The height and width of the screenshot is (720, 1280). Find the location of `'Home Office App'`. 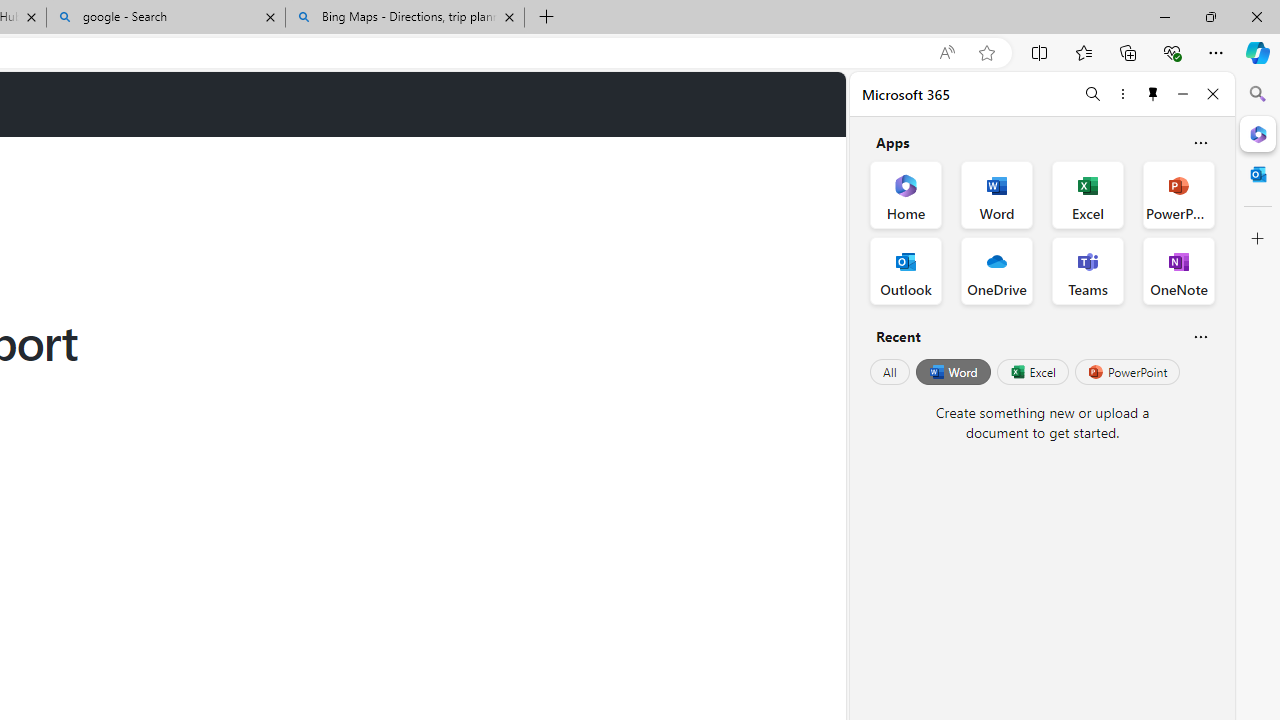

'Home Office App' is located at coordinates (905, 195).